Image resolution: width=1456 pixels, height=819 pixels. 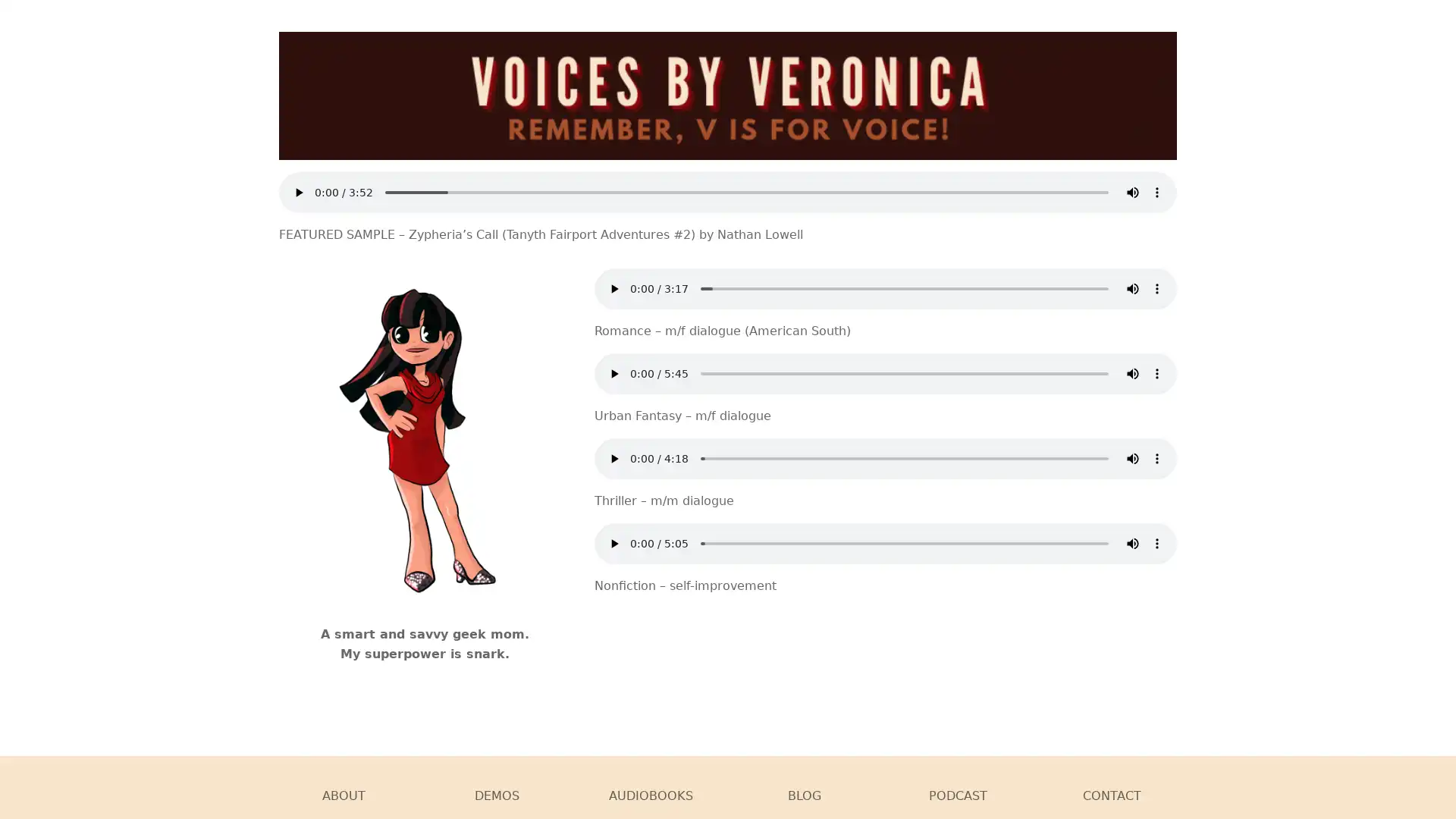 I want to click on mute, so click(x=1132, y=289).